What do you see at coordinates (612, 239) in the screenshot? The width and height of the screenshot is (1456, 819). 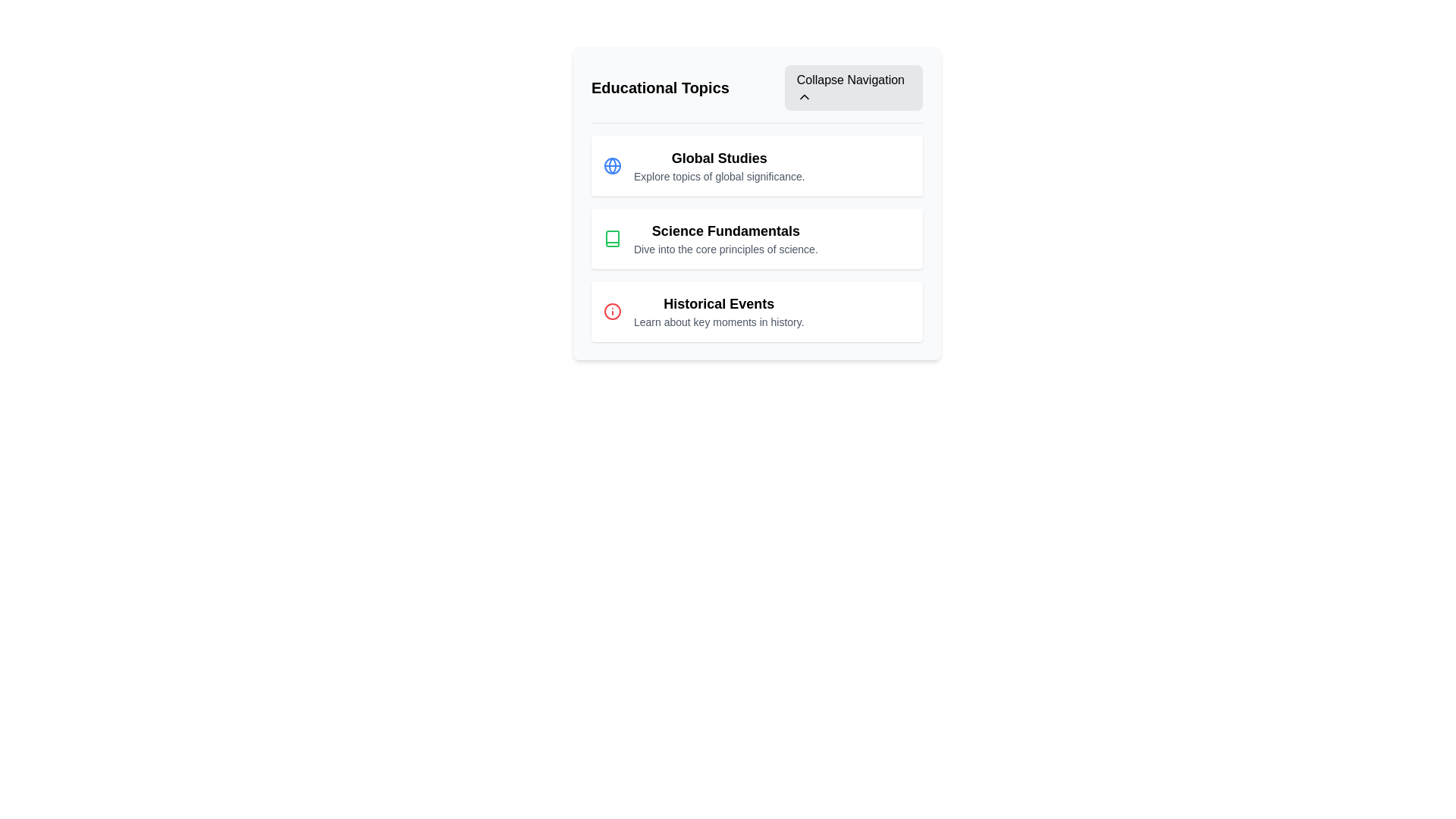 I see `the decorative icon representing the 'Science Fundamentals' topic located in the second row, leftmost side` at bounding box center [612, 239].